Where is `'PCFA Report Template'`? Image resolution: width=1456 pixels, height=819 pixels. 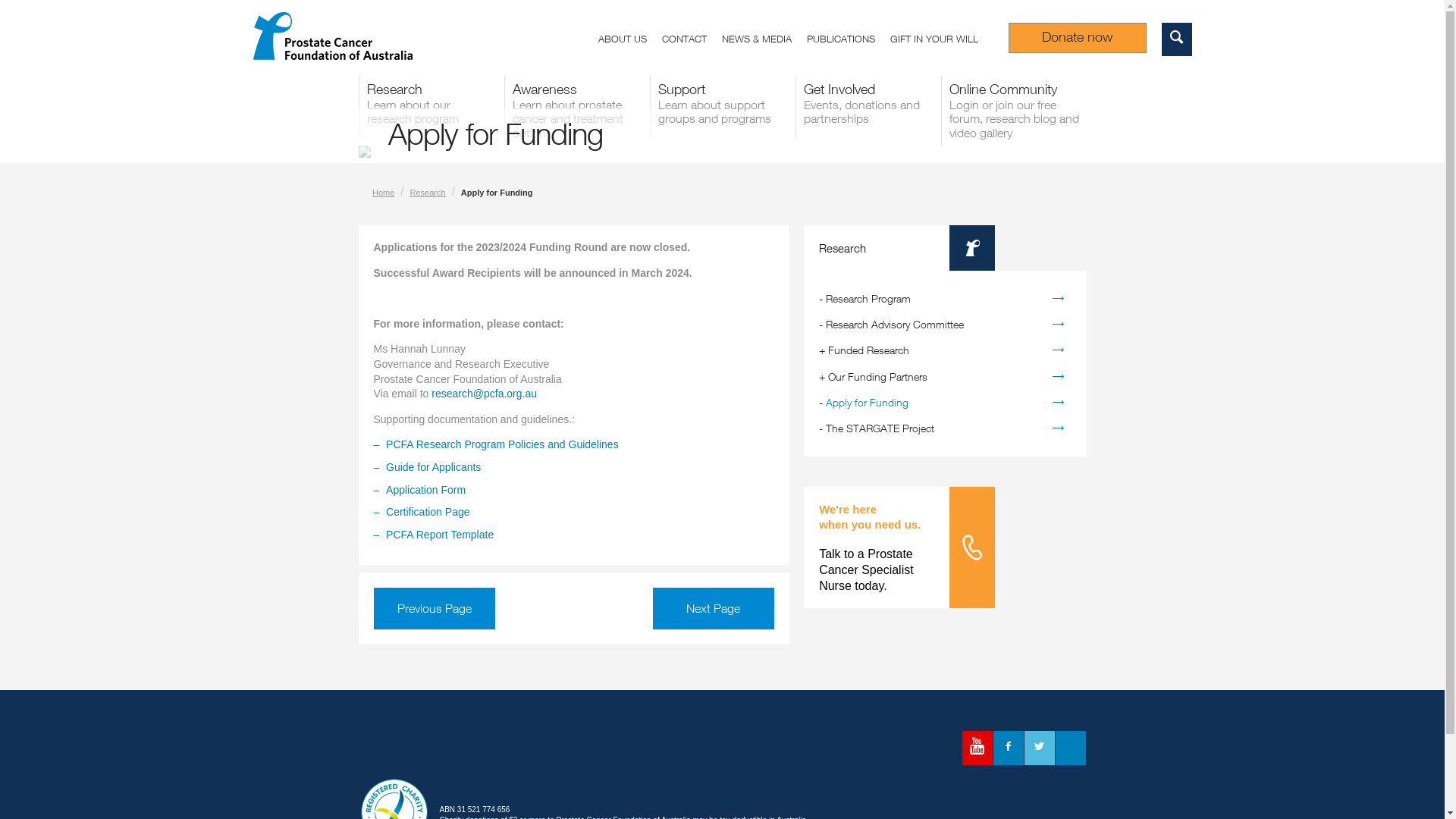 'PCFA Report Template' is located at coordinates (439, 534).